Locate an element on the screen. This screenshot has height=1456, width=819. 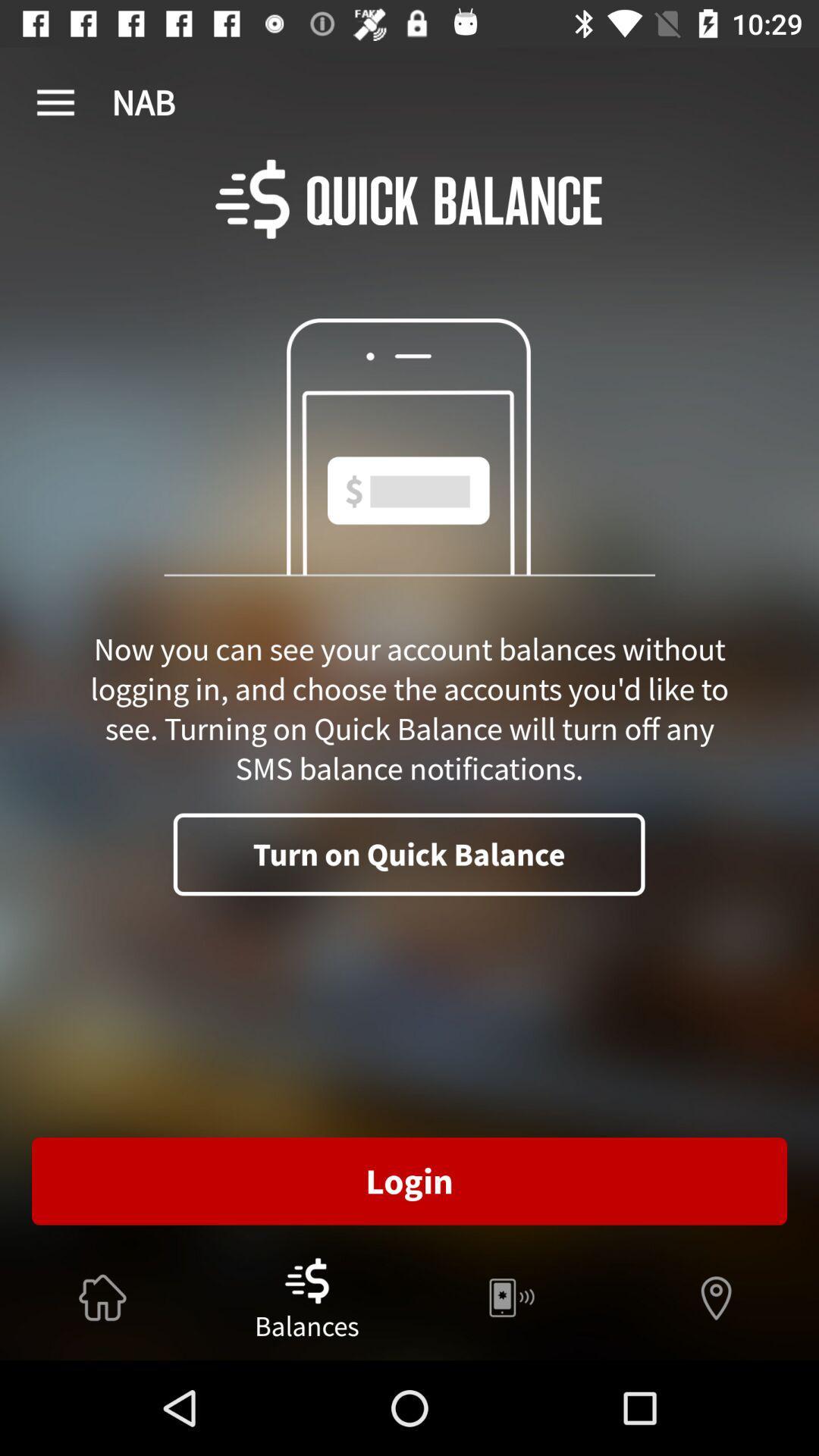
icon next to nab is located at coordinates (55, 102).